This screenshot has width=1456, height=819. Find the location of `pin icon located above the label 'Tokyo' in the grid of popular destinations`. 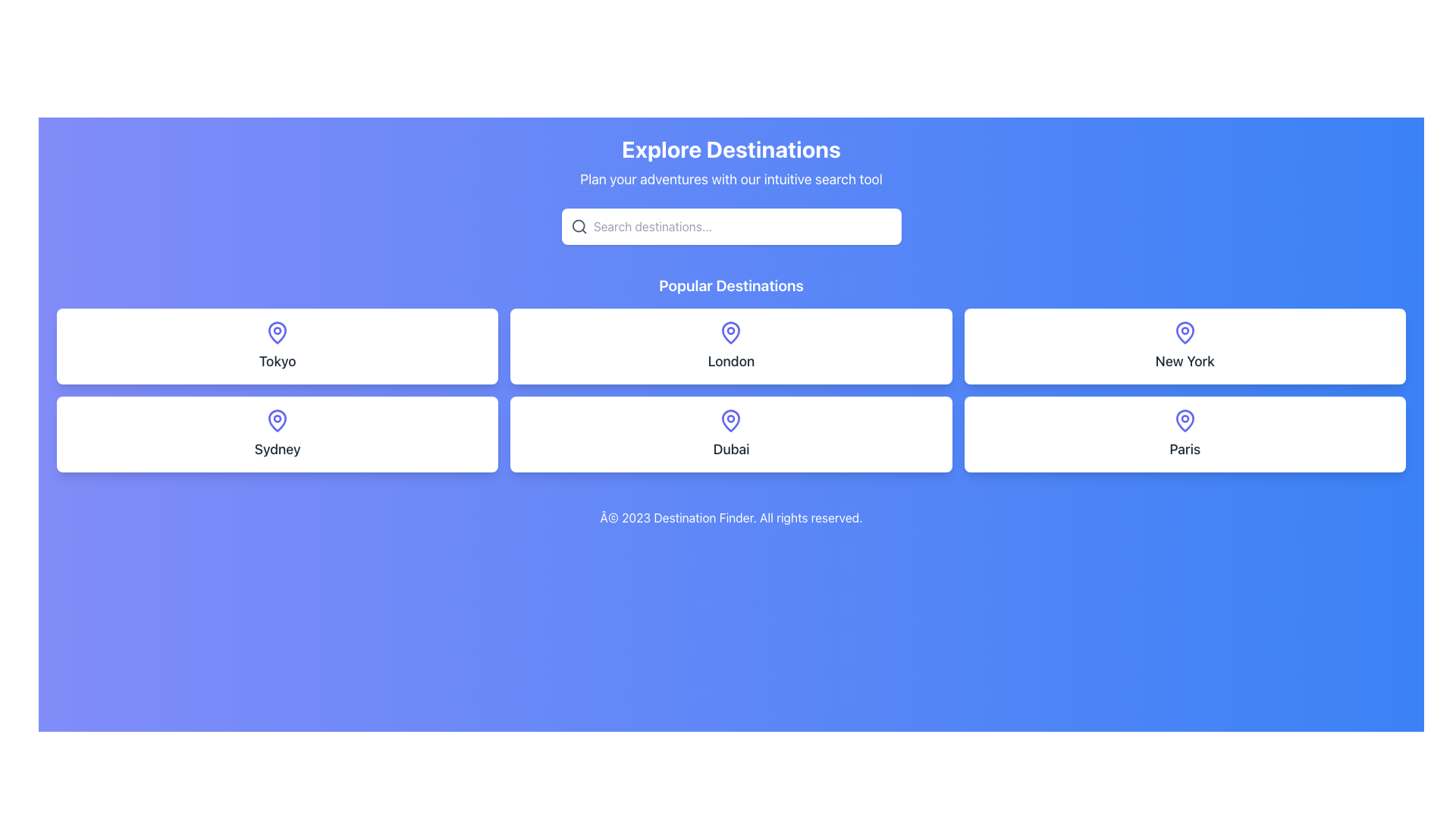

pin icon located above the label 'Tokyo' in the grid of popular destinations is located at coordinates (278, 332).